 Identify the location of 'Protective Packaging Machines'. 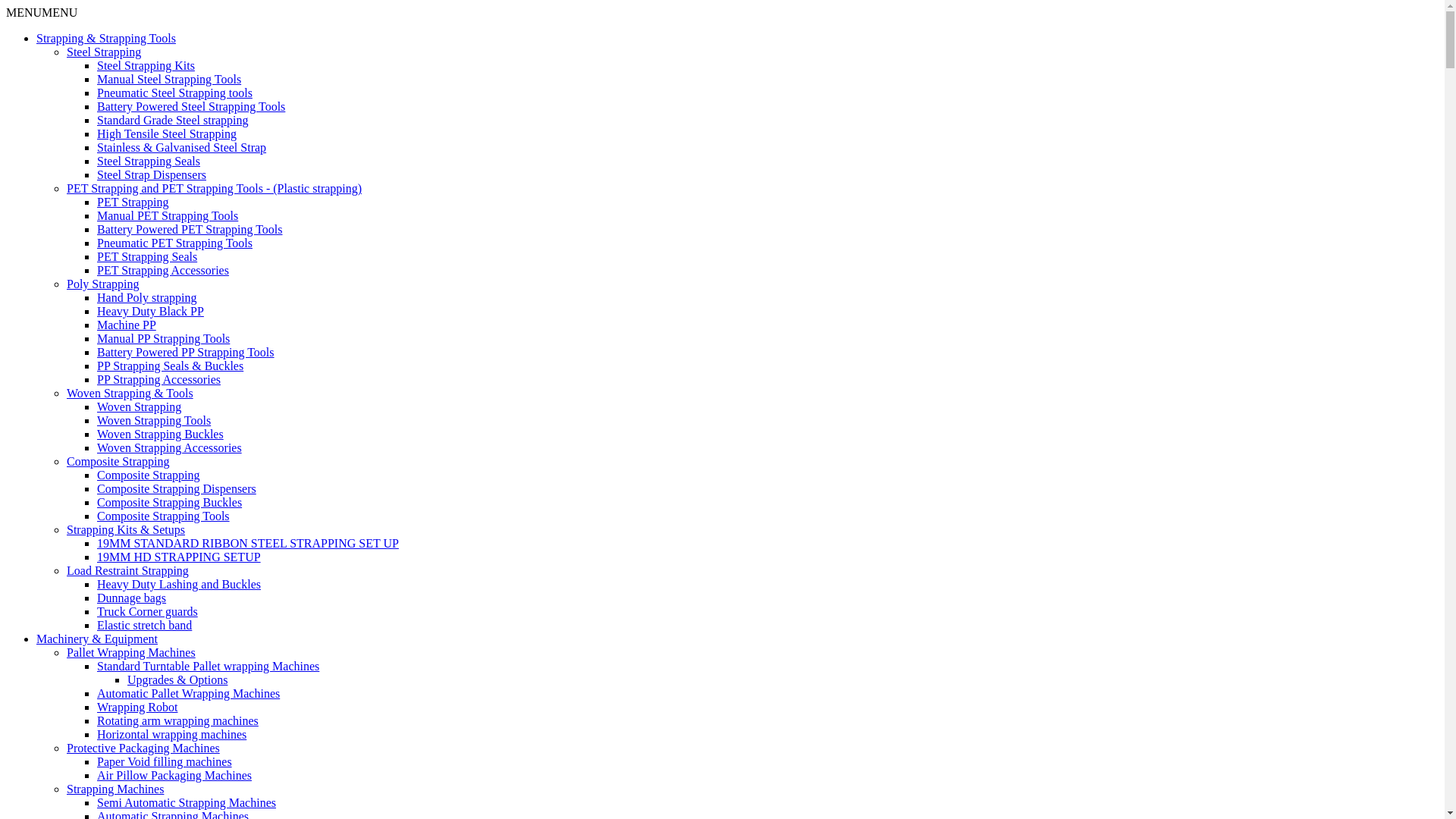
(143, 747).